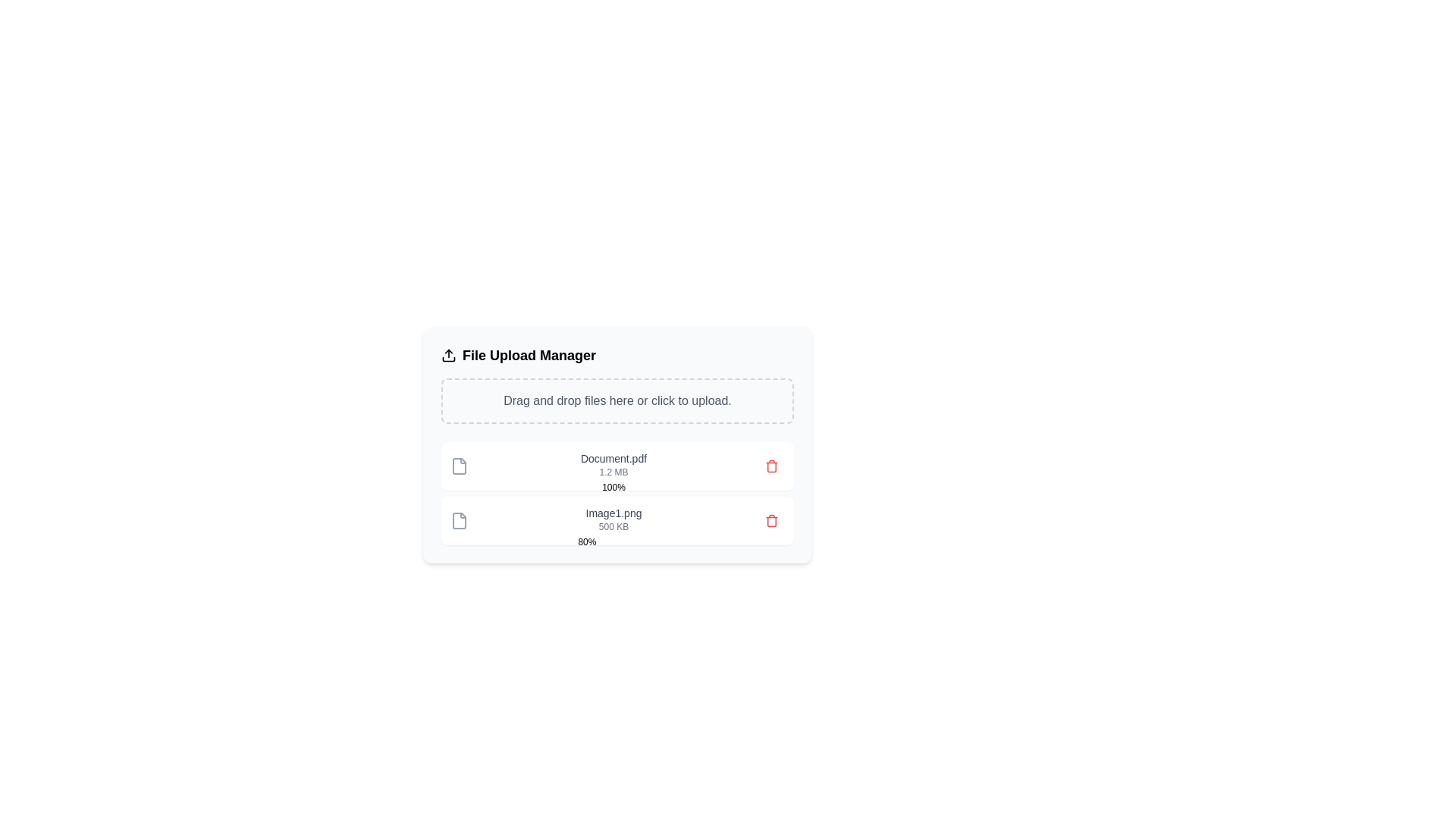 This screenshot has width=1456, height=819. What do you see at coordinates (613, 519) in the screenshot?
I see `the file entry displaying 'Image1.png'` at bounding box center [613, 519].